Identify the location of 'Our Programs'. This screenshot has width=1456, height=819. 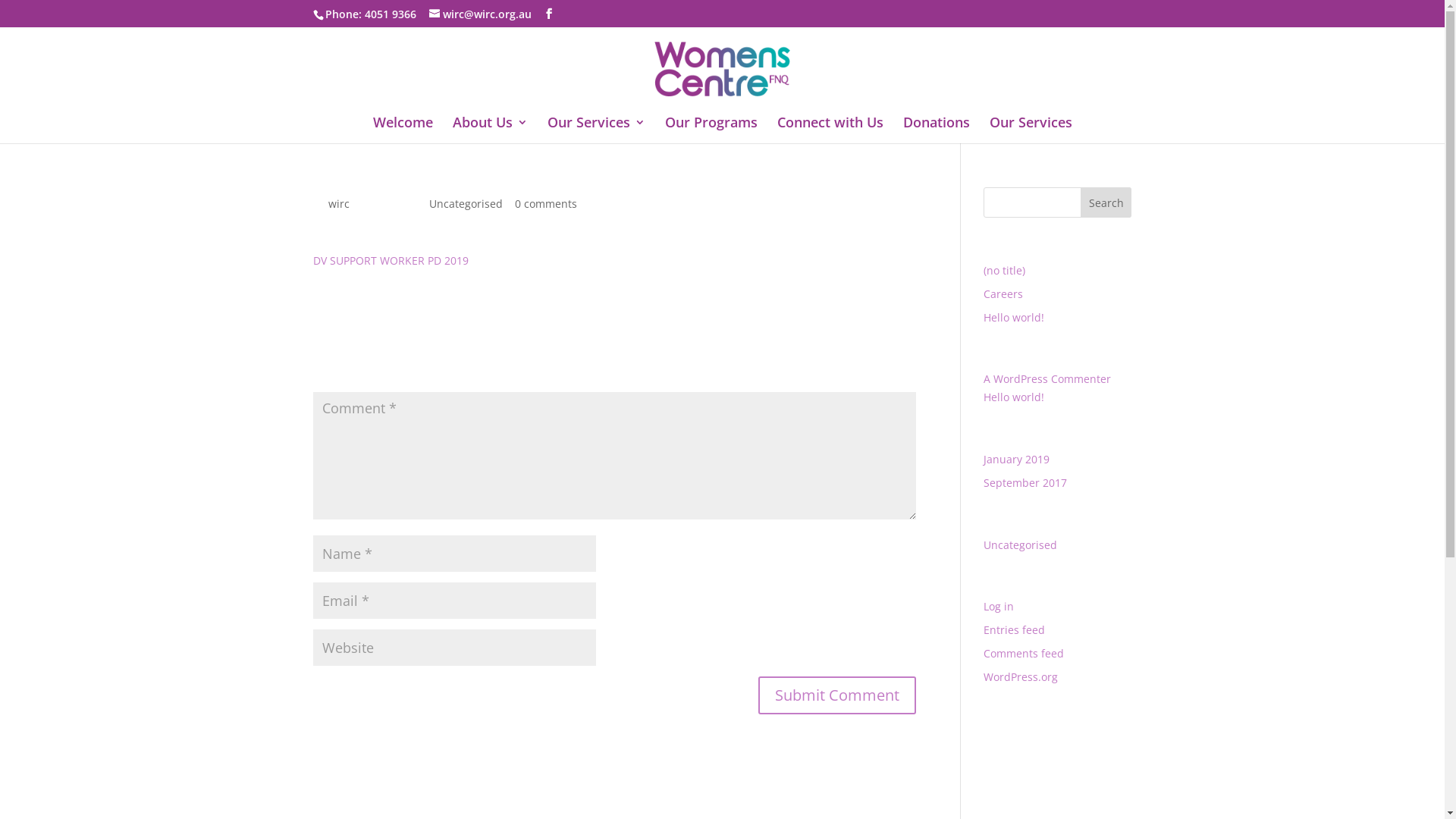
(709, 129).